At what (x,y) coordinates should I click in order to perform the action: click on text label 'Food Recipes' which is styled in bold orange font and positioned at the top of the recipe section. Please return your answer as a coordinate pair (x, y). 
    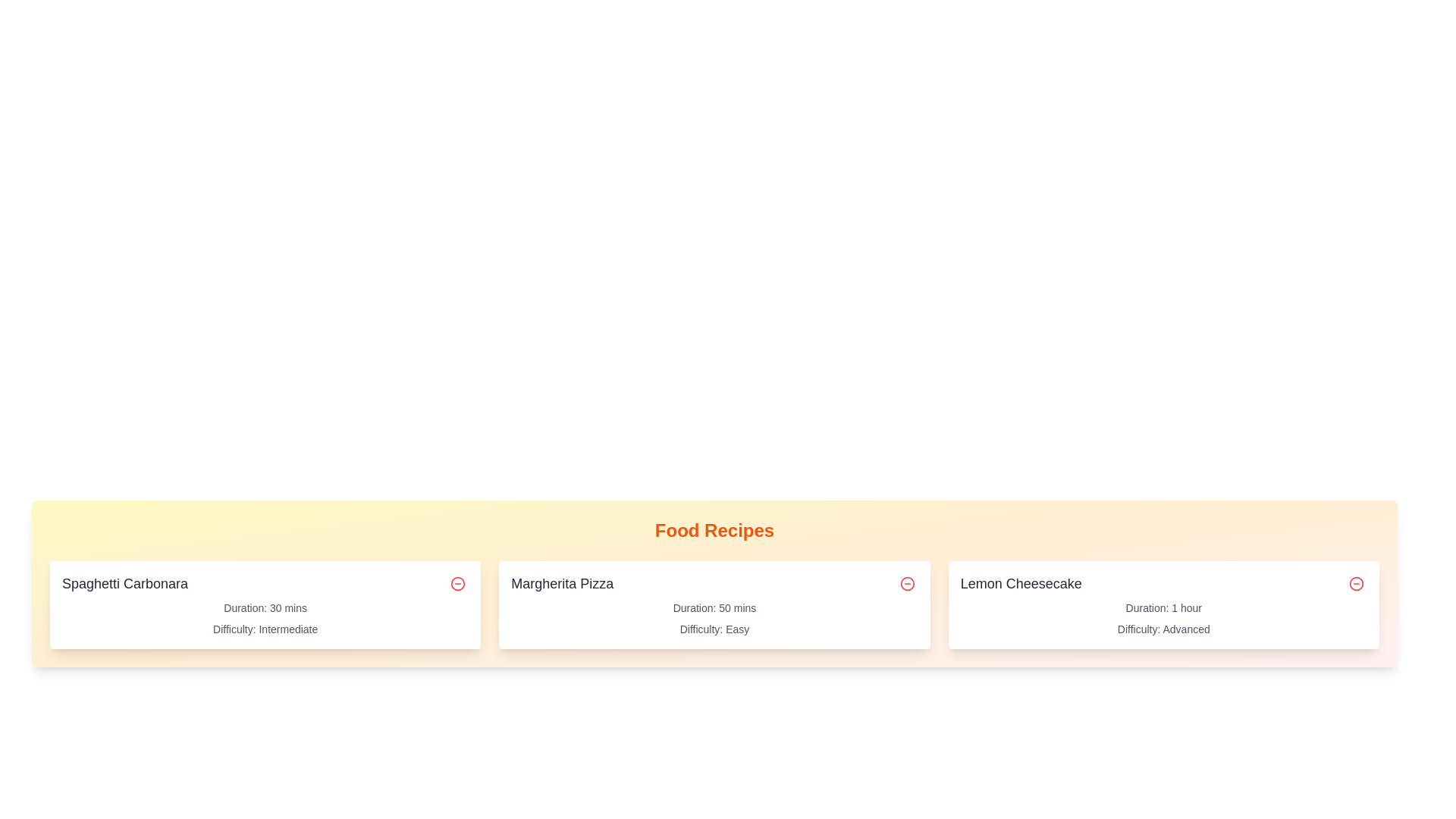
    Looking at the image, I should click on (714, 529).